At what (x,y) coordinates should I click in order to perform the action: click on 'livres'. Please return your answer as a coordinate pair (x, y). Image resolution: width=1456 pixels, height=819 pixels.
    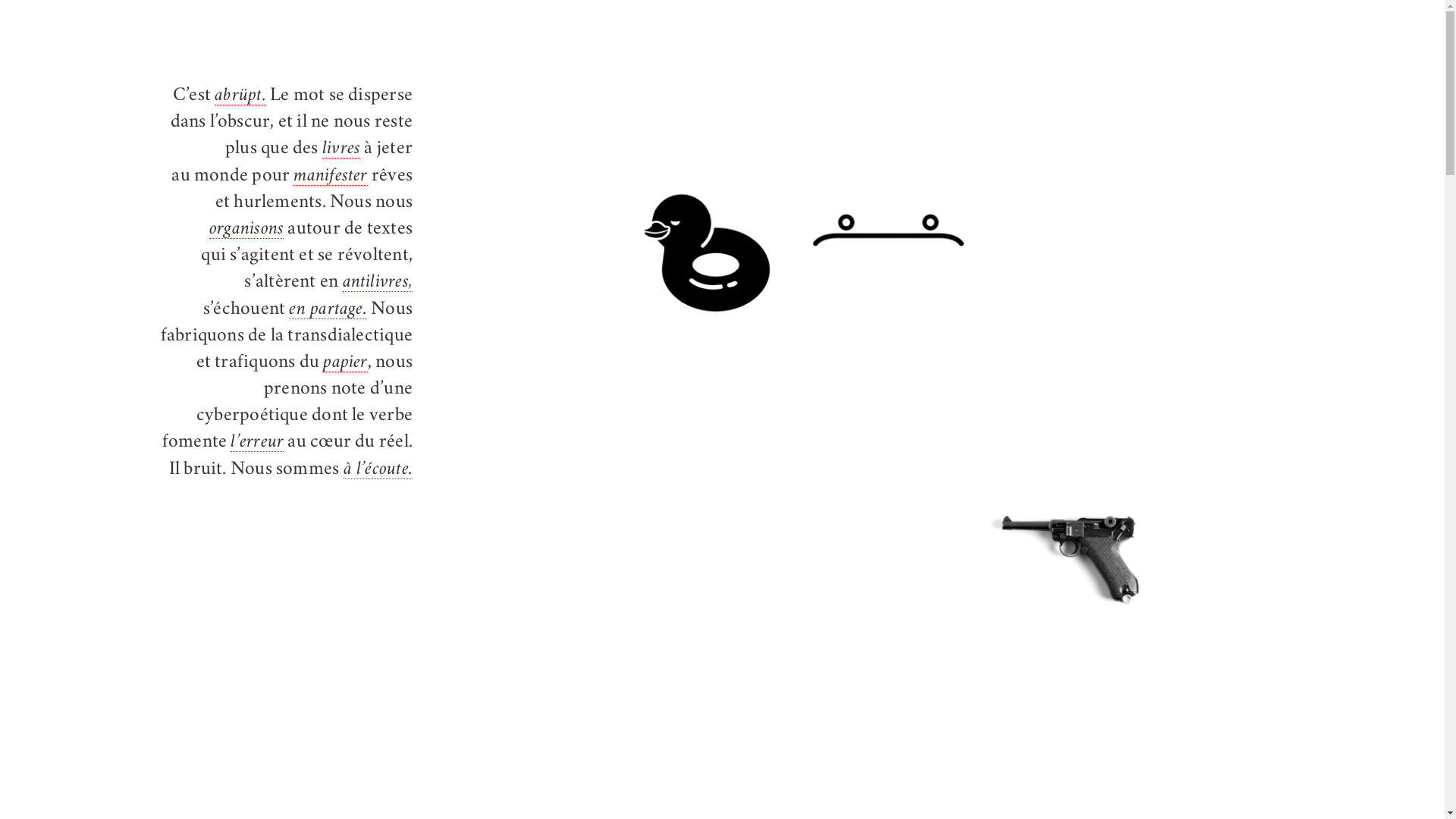
    Looking at the image, I should click on (322, 149).